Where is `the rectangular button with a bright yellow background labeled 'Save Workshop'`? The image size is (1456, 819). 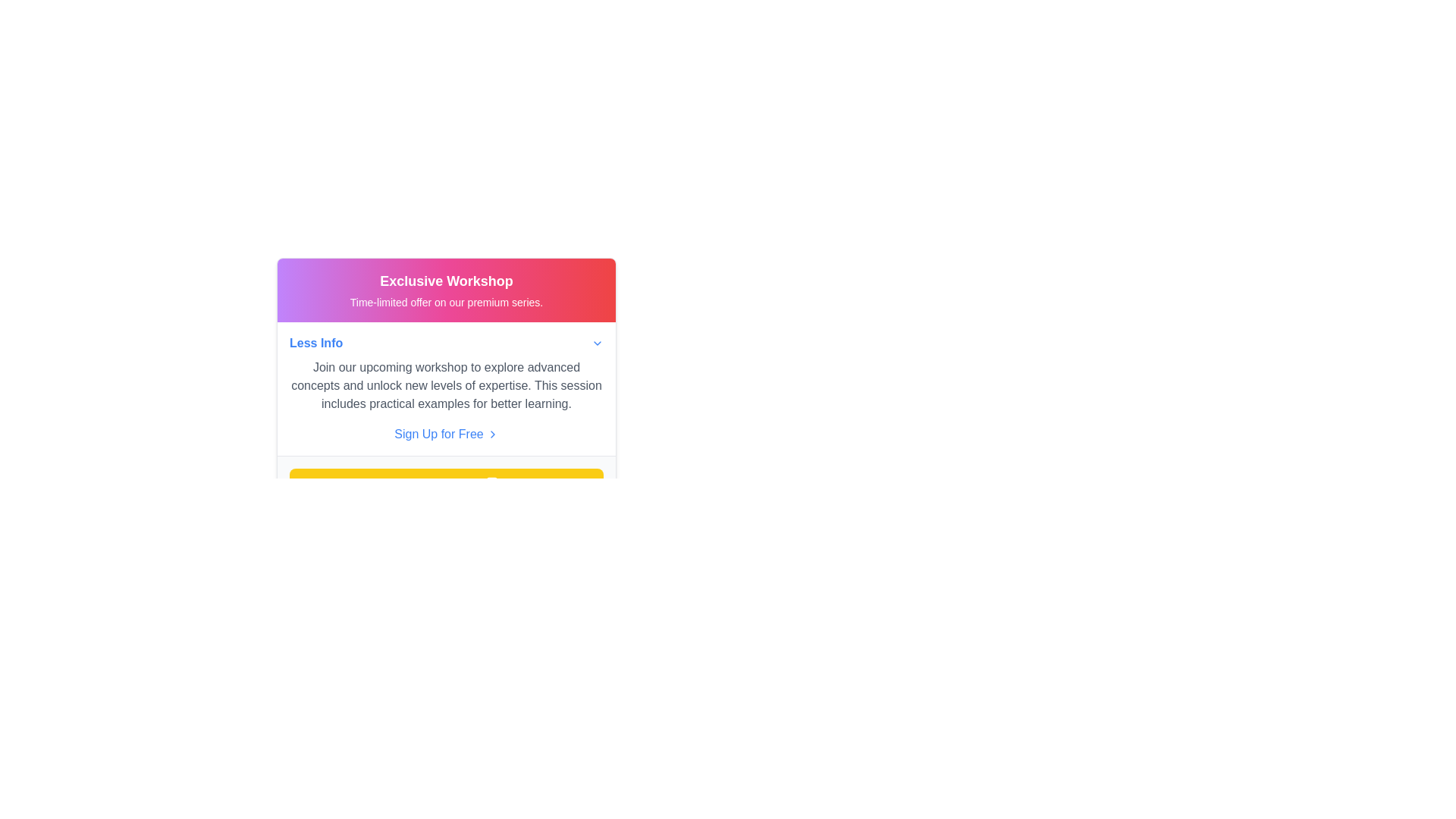
the rectangular button with a bright yellow background labeled 'Save Workshop' is located at coordinates (446, 483).